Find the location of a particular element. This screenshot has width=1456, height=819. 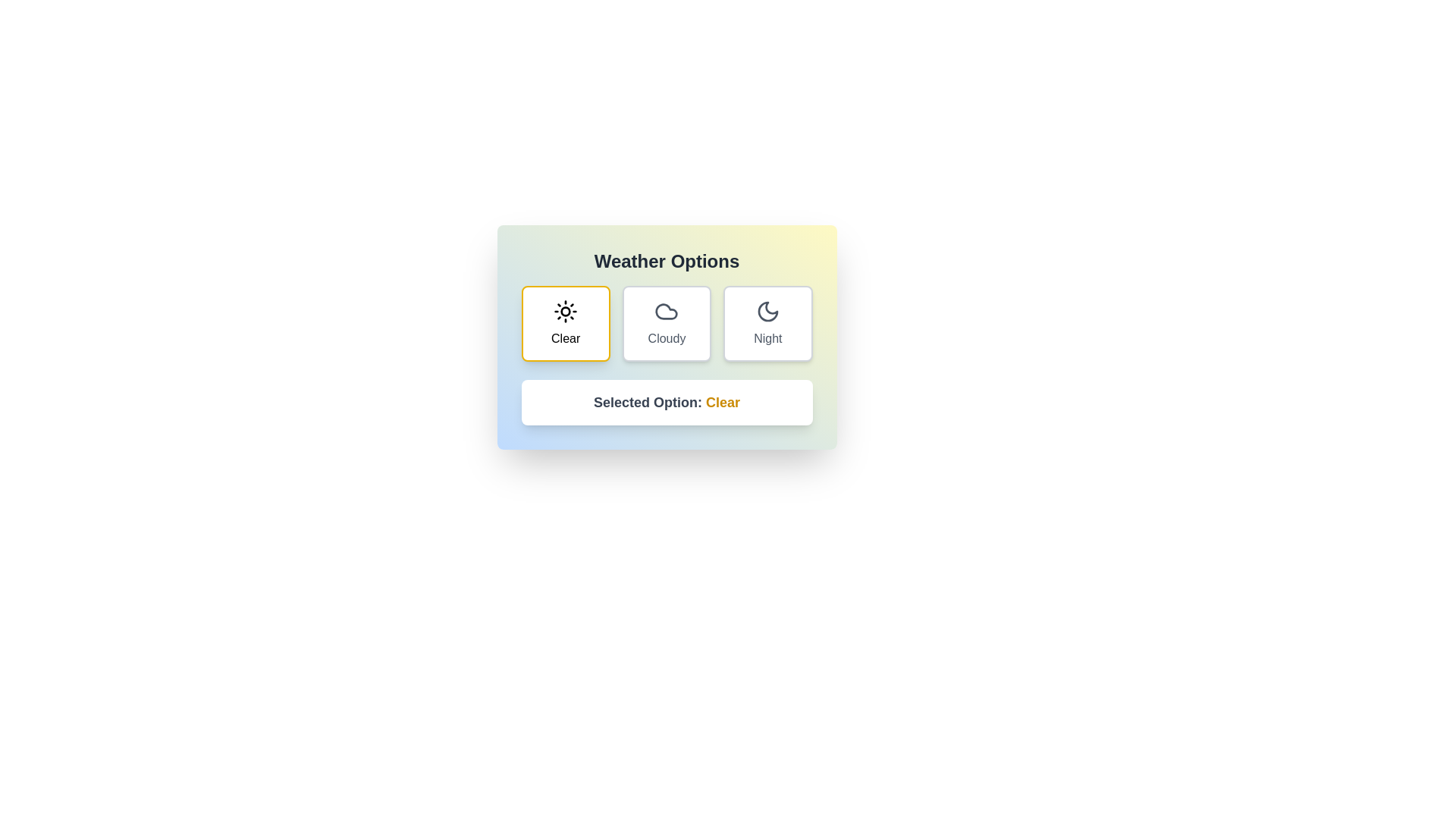

the cloud icon, which is a modern, minimalistic design located at the center of the 'Cloudy' option card in the weather options interface is located at coordinates (667, 311).